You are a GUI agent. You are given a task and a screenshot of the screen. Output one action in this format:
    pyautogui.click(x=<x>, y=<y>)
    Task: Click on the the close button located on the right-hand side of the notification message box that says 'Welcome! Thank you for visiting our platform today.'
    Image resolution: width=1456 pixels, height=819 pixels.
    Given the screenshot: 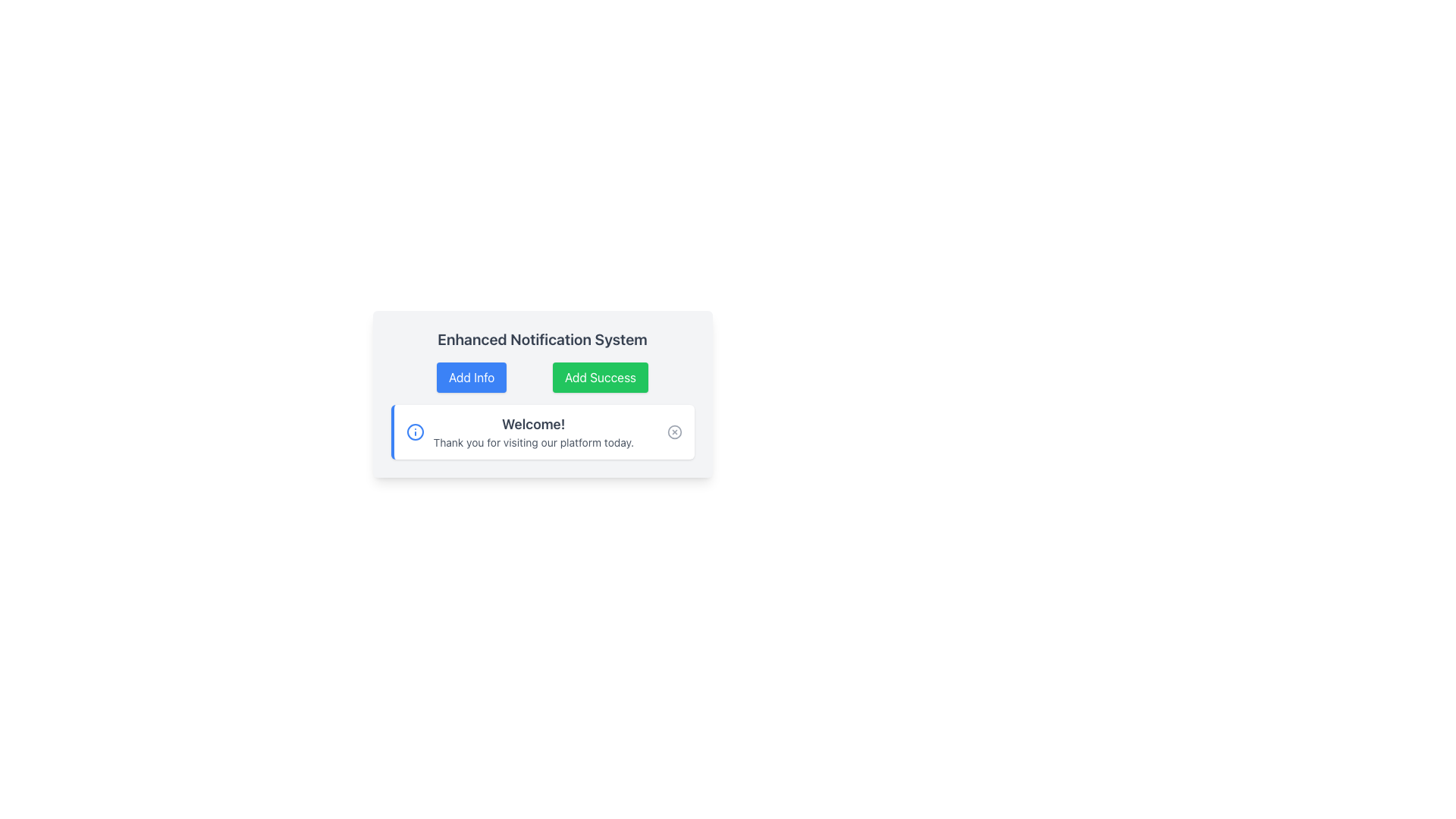 What is the action you would take?
    pyautogui.click(x=673, y=432)
    